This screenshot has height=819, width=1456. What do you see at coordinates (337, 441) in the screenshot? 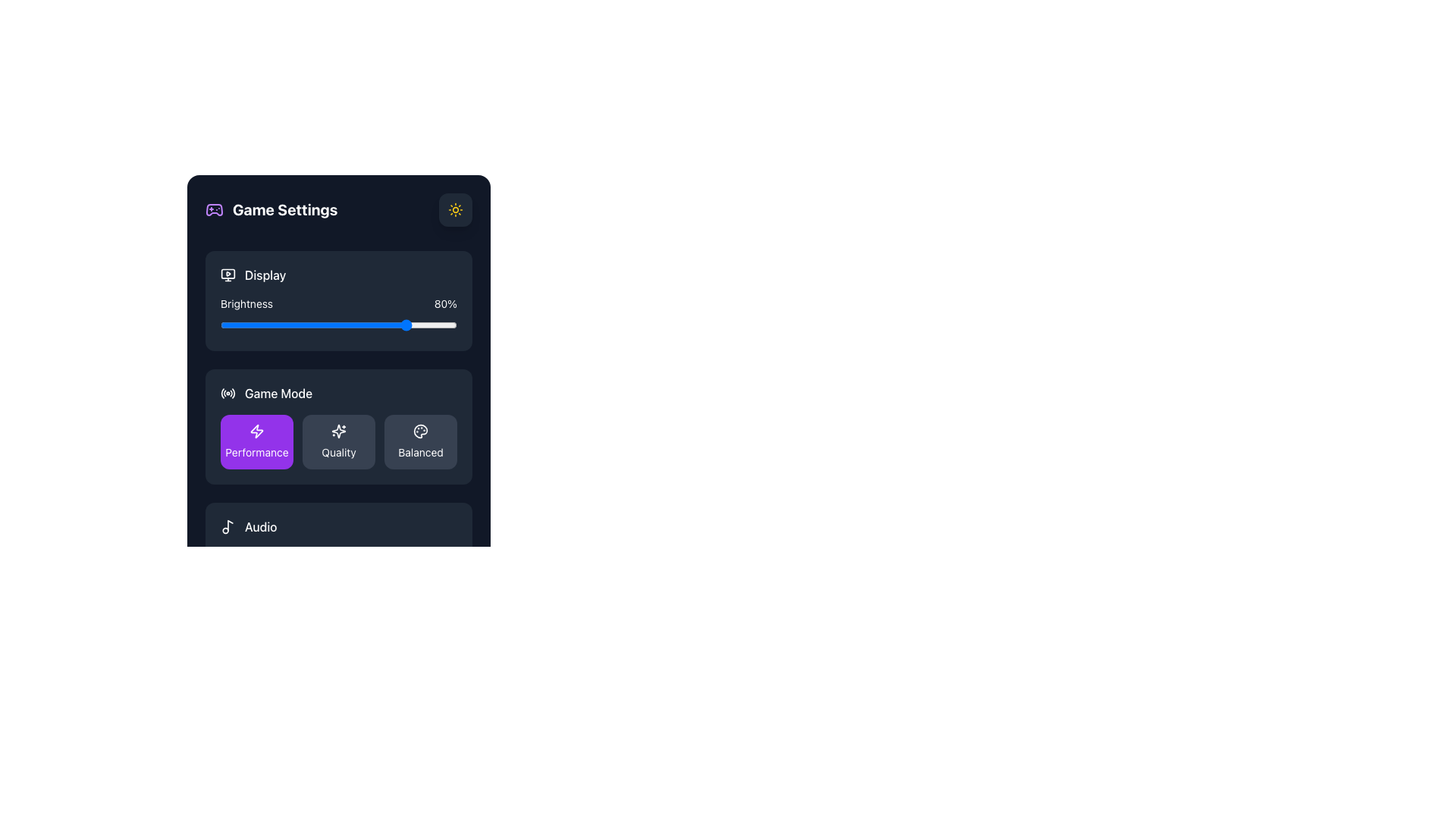
I see `the icons within the options of the radio button group labeled 'Game Mode' in the 'Game Settings' interface by clicking on the center of the group of selector buttons` at bounding box center [337, 441].